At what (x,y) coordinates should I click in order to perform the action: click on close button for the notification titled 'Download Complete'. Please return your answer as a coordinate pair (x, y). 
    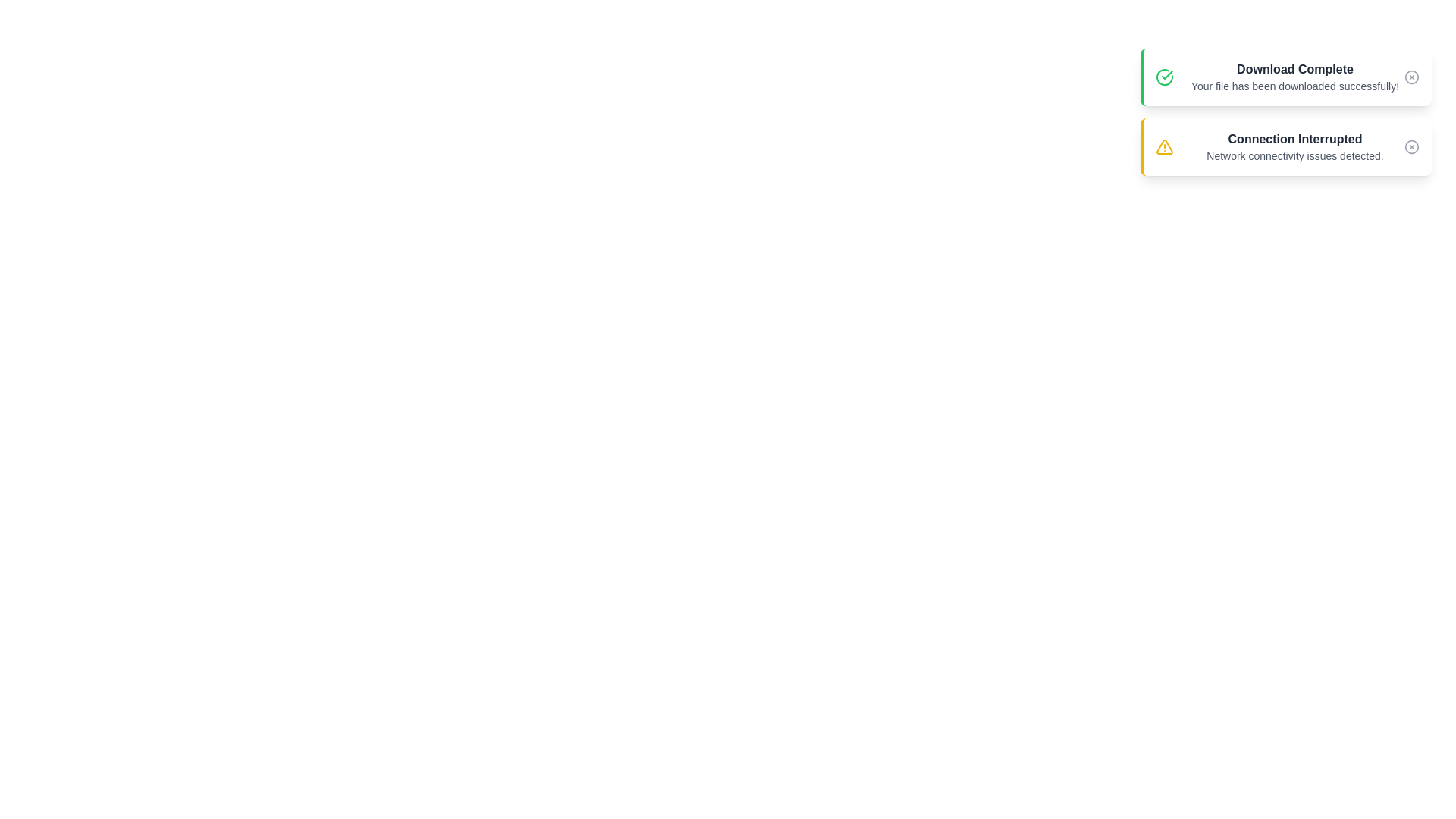
    Looking at the image, I should click on (1411, 77).